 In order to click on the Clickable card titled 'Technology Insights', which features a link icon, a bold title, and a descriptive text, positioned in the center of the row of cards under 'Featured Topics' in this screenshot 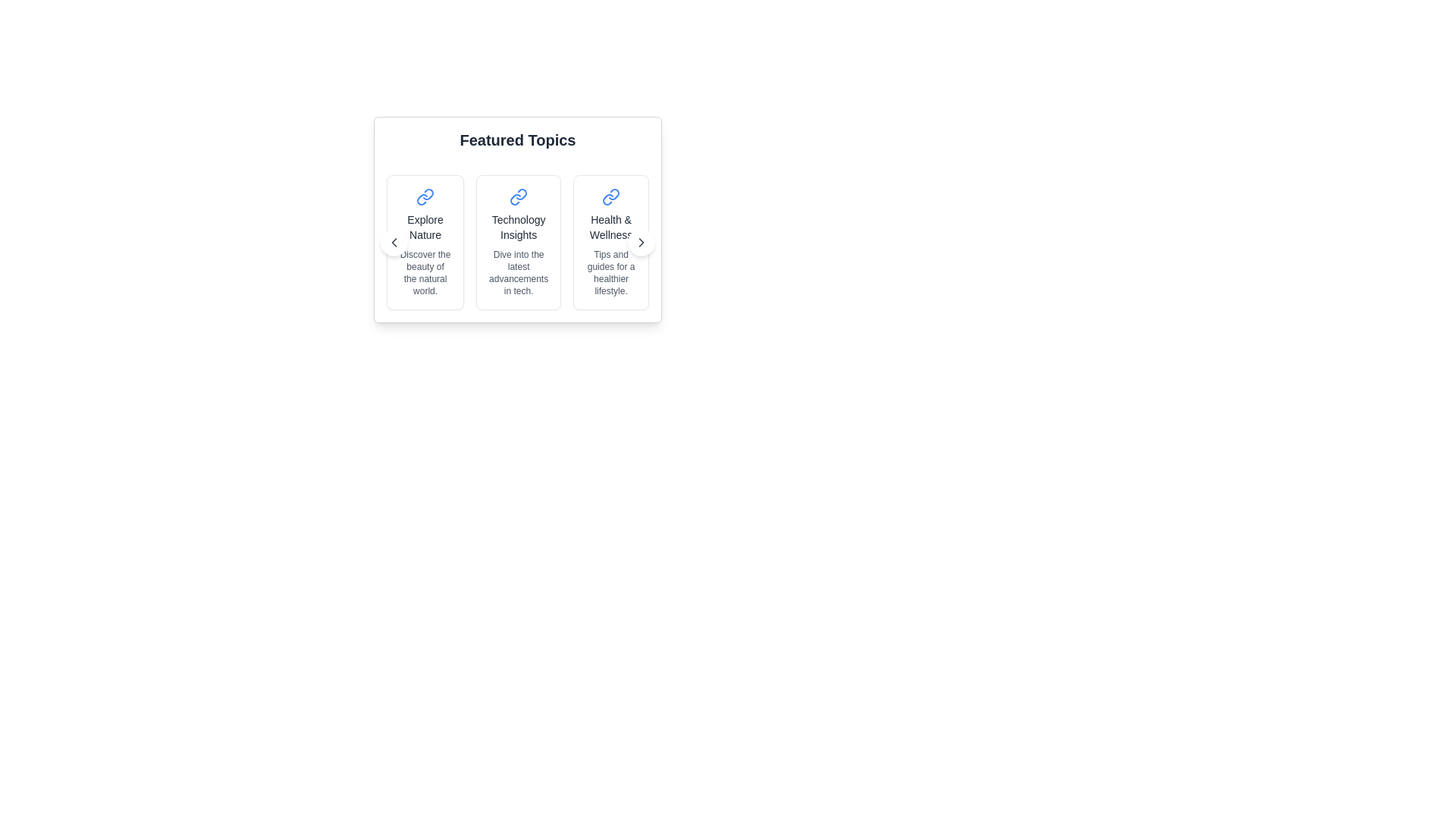, I will do `click(517, 242)`.